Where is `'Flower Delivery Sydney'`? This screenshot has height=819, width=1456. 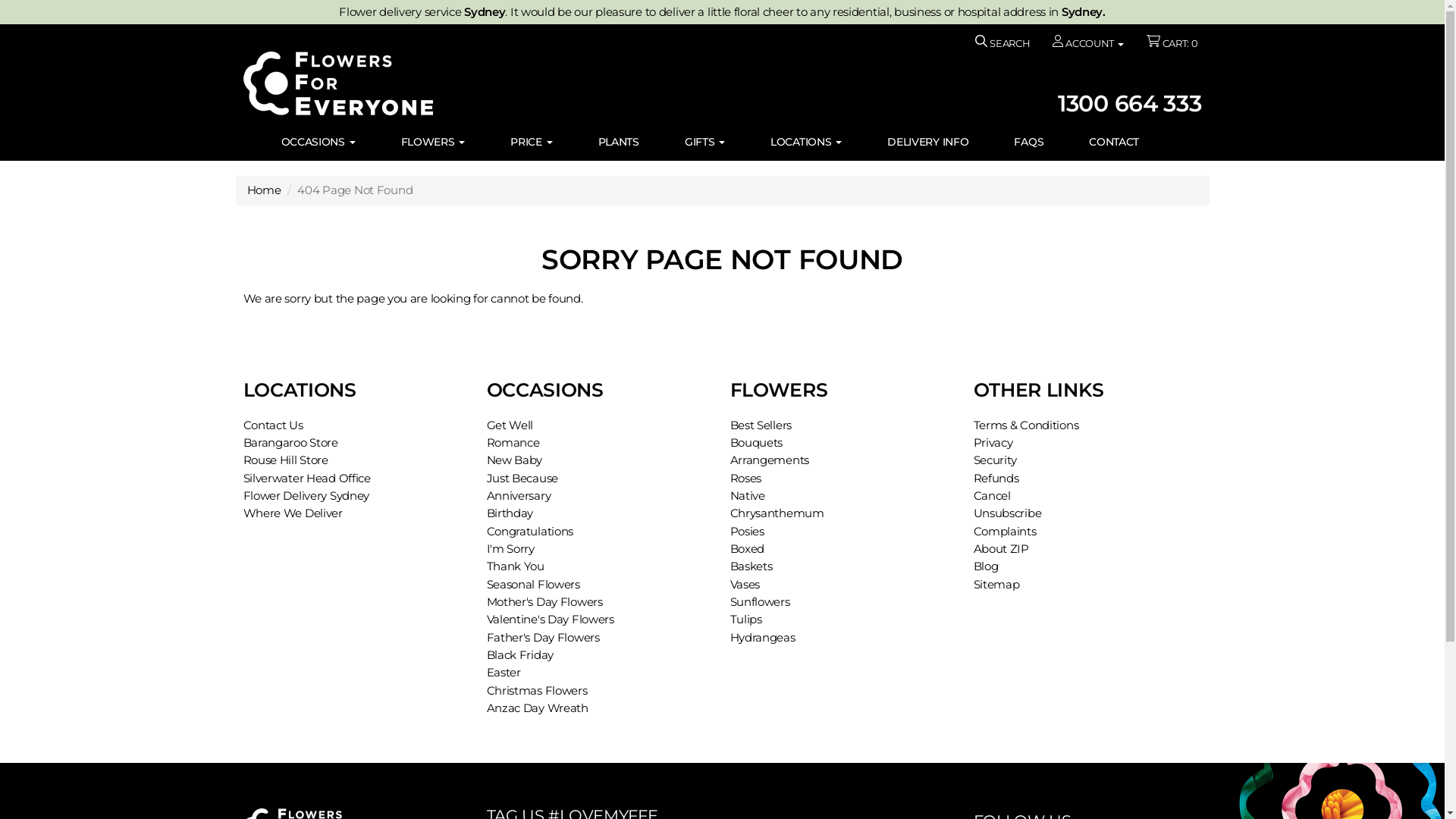
'Flower Delivery Sydney' is located at coordinates (305, 496).